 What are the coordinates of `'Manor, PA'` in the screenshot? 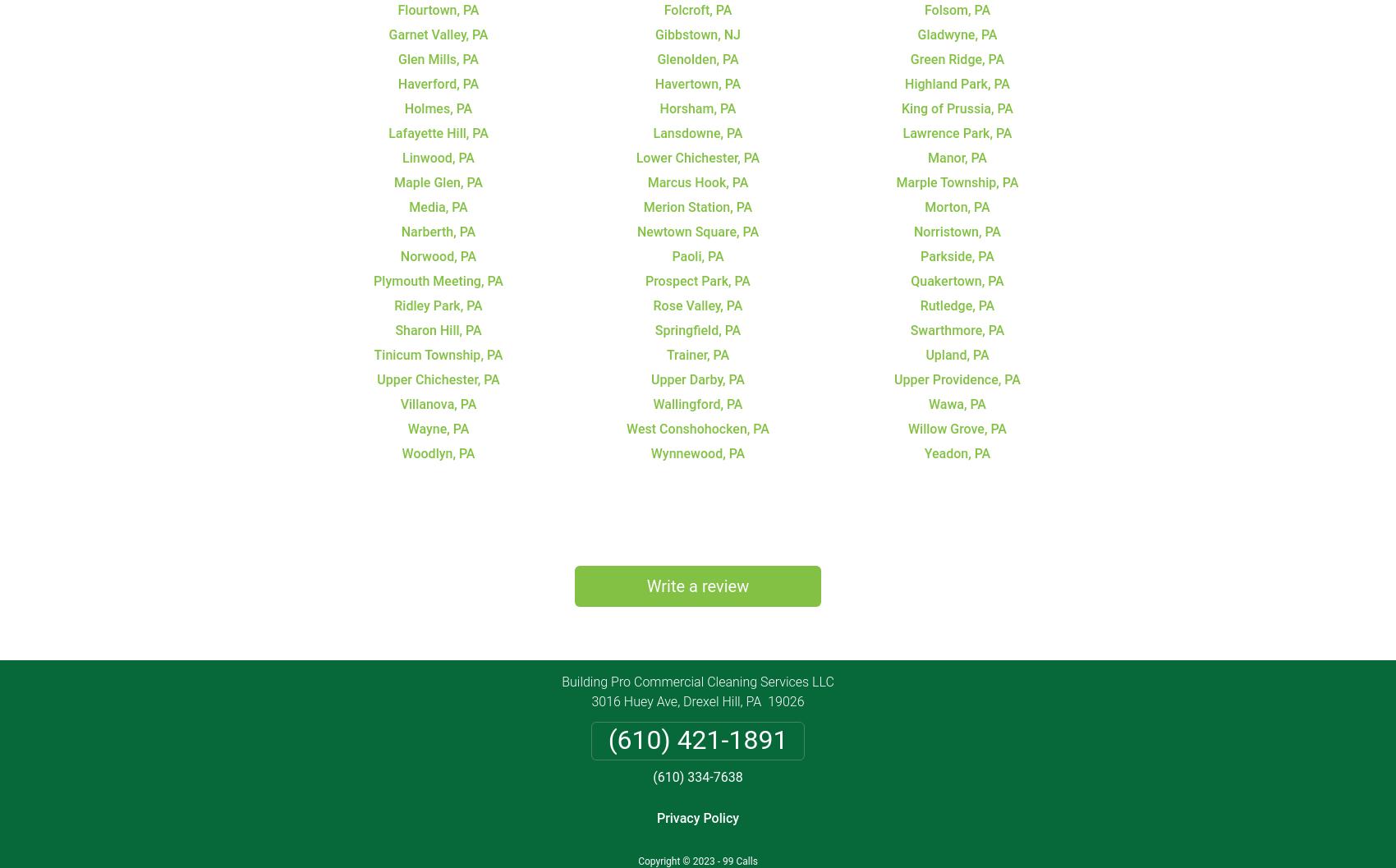 It's located at (957, 157).